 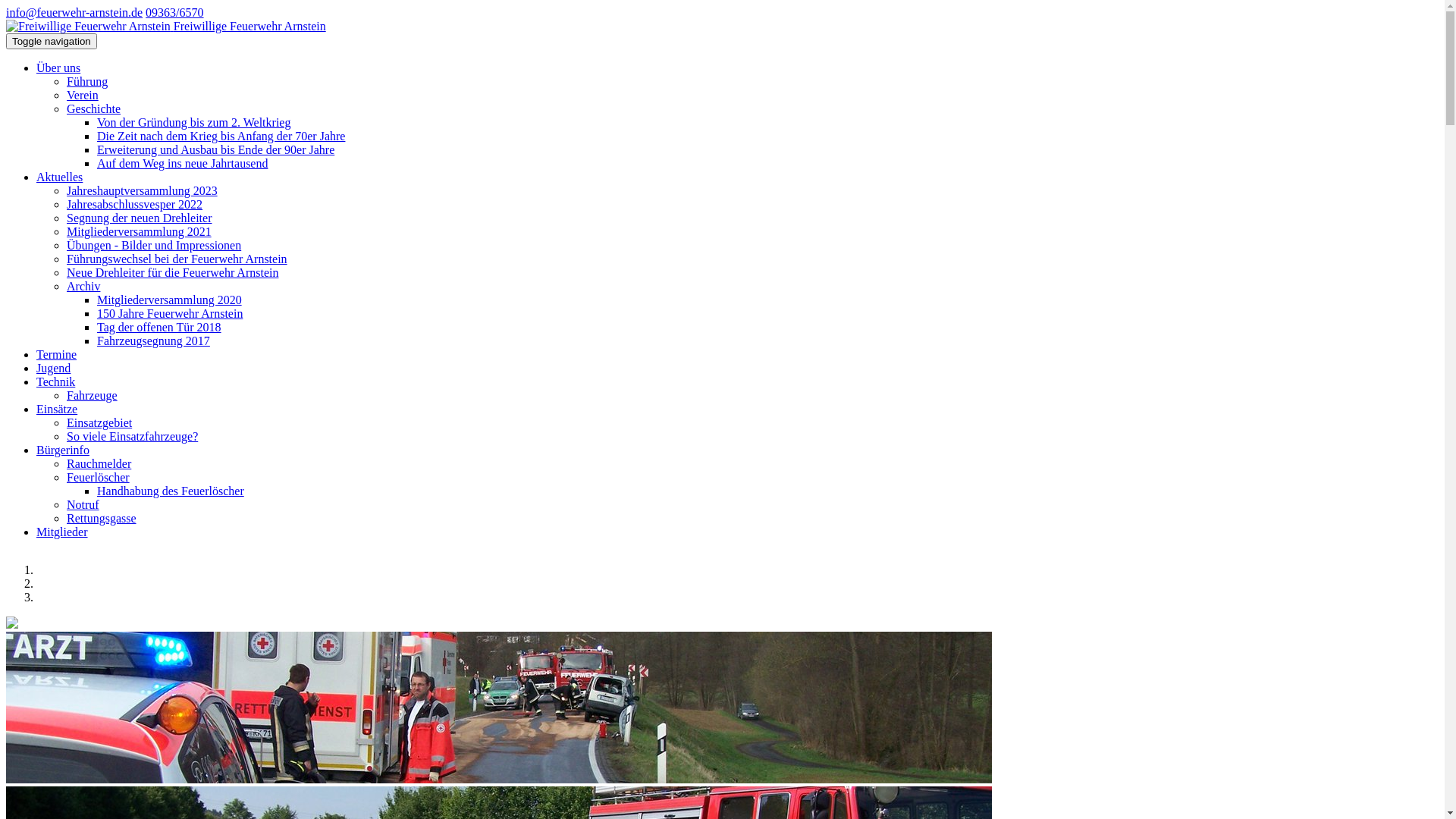 What do you see at coordinates (139, 218) in the screenshot?
I see `'Segnung der neuen Drehleiter'` at bounding box center [139, 218].